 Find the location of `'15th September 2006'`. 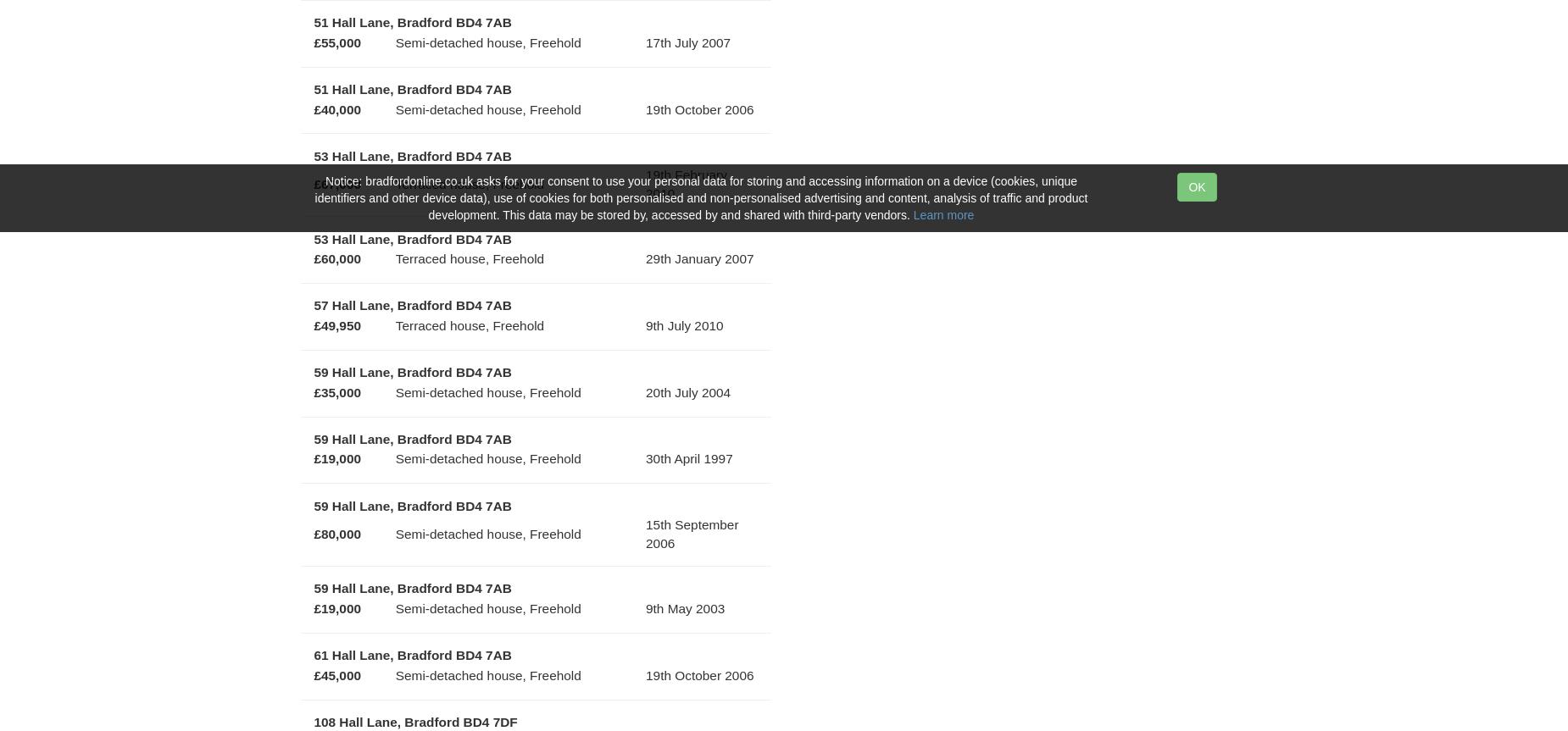

'15th September 2006' is located at coordinates (692, 532).